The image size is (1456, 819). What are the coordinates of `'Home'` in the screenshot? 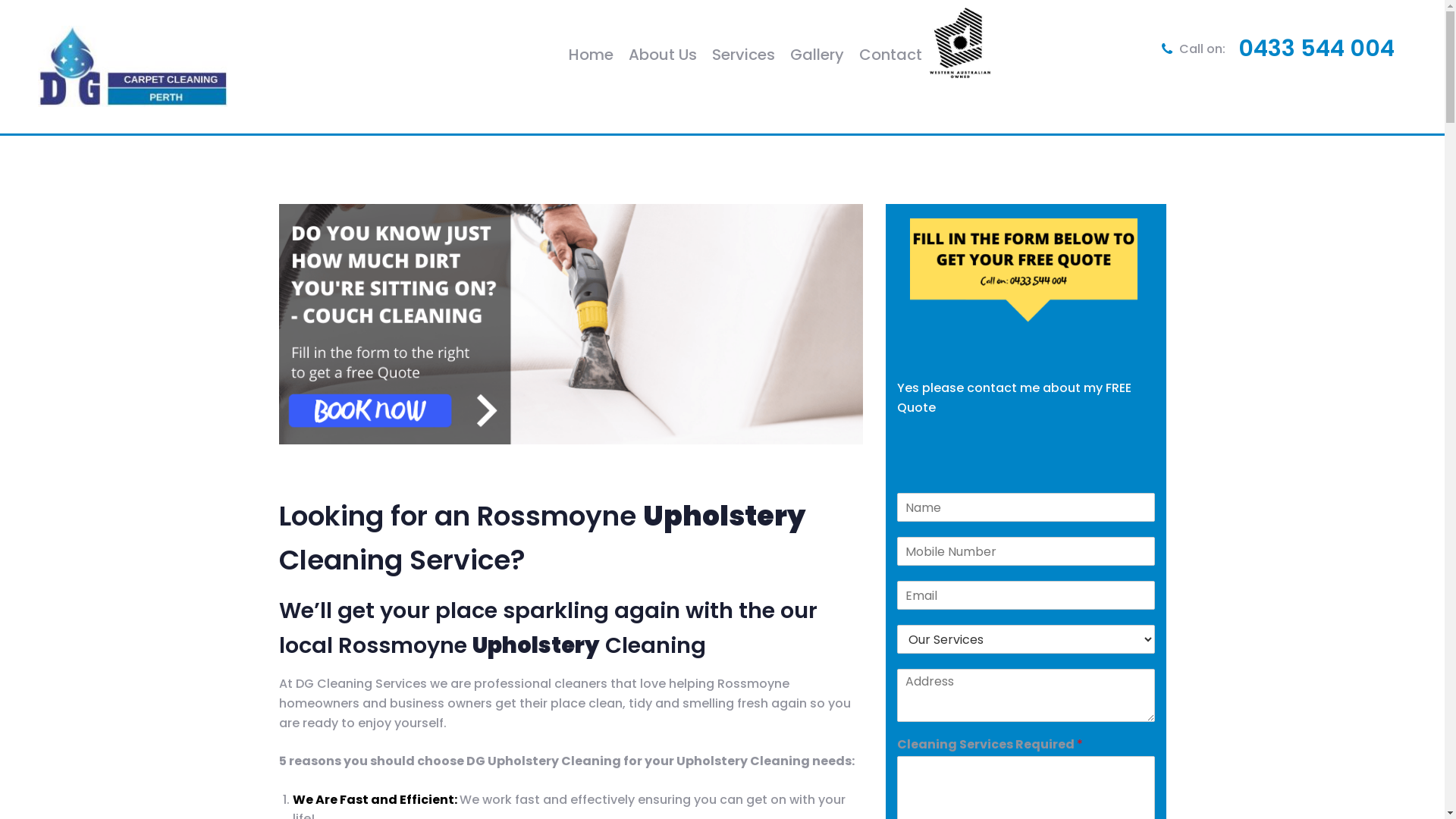 It's located at (590, 54).